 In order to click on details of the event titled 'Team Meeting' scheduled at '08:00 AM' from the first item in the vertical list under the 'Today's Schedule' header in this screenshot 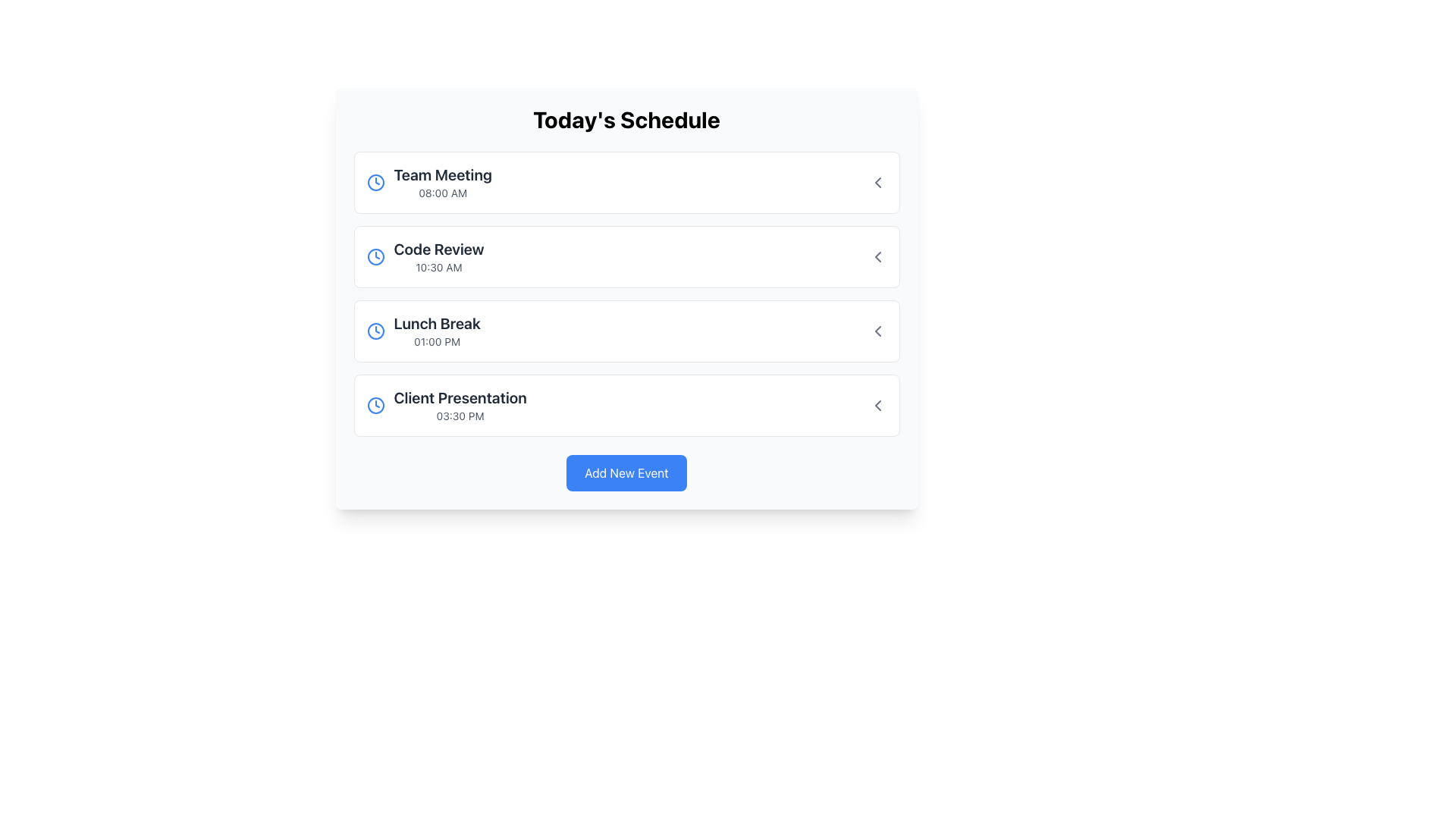, I will do `click(428, 181)`.